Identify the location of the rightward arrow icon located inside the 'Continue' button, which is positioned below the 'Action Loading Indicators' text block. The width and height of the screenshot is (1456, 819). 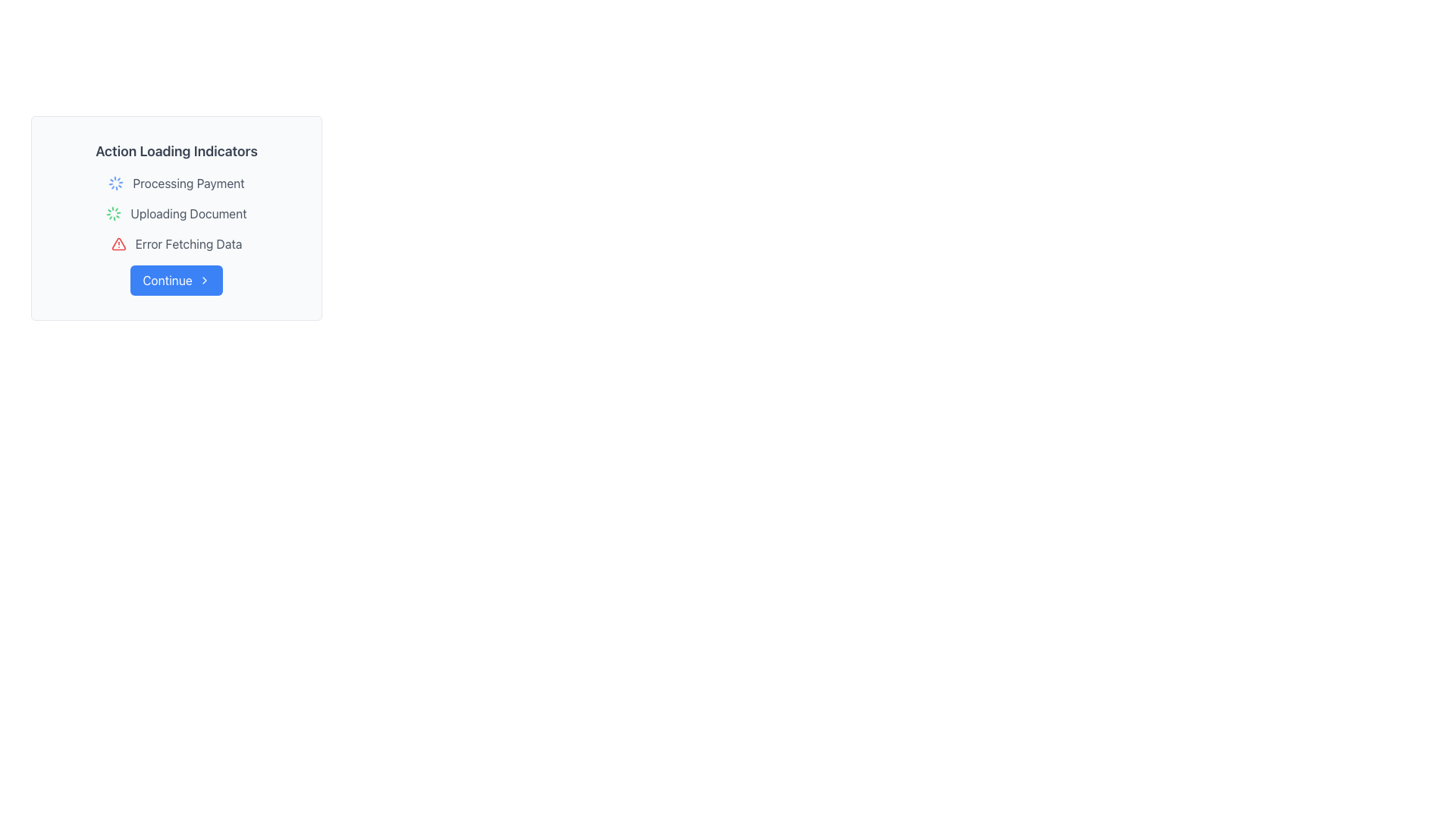
(203, 281).